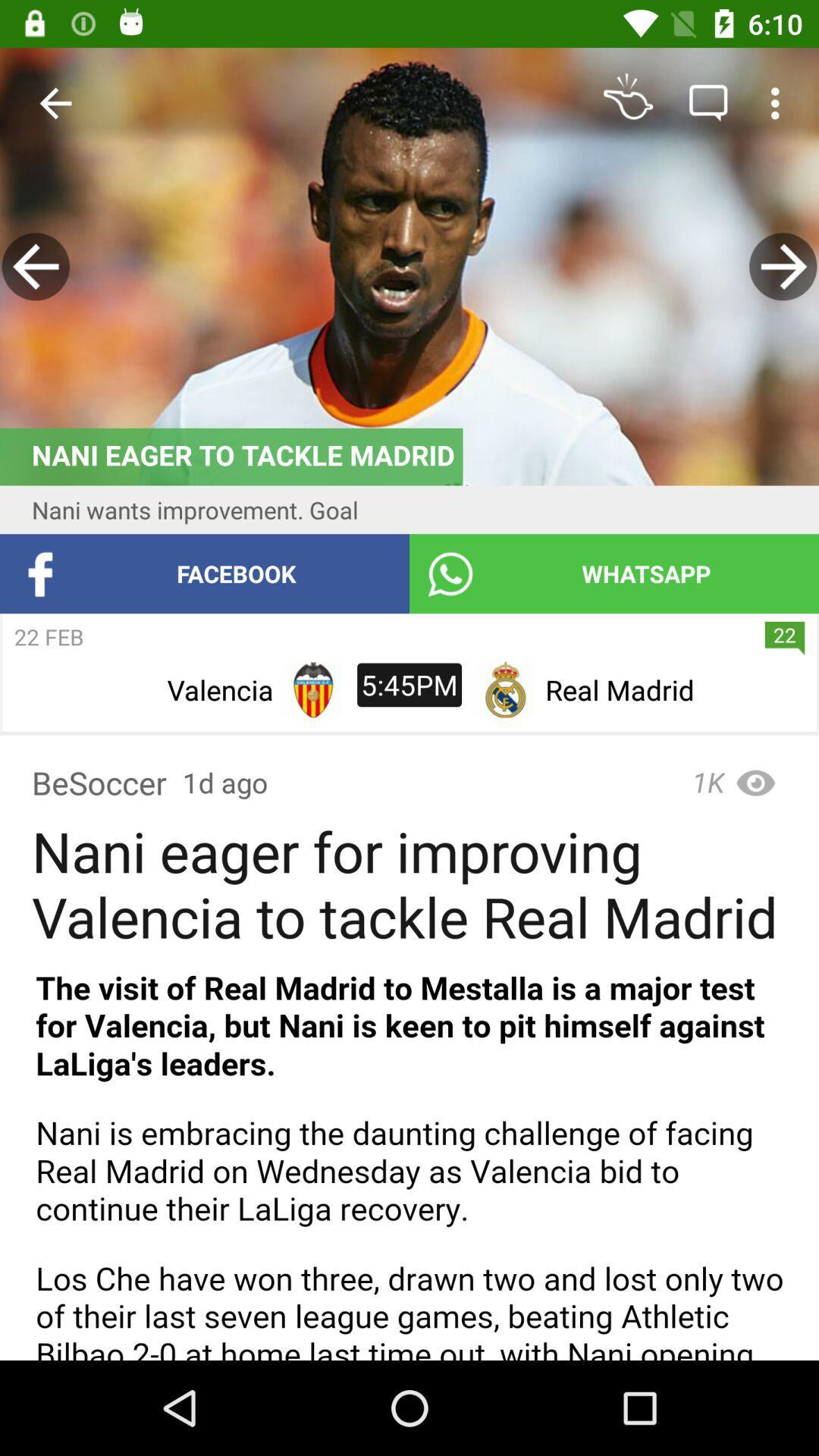 This screenshot has width=819, height=1456. What do you see at coordinates (35, 266) in the screenshot?
I see `go back` at bounding box center [35, 266].